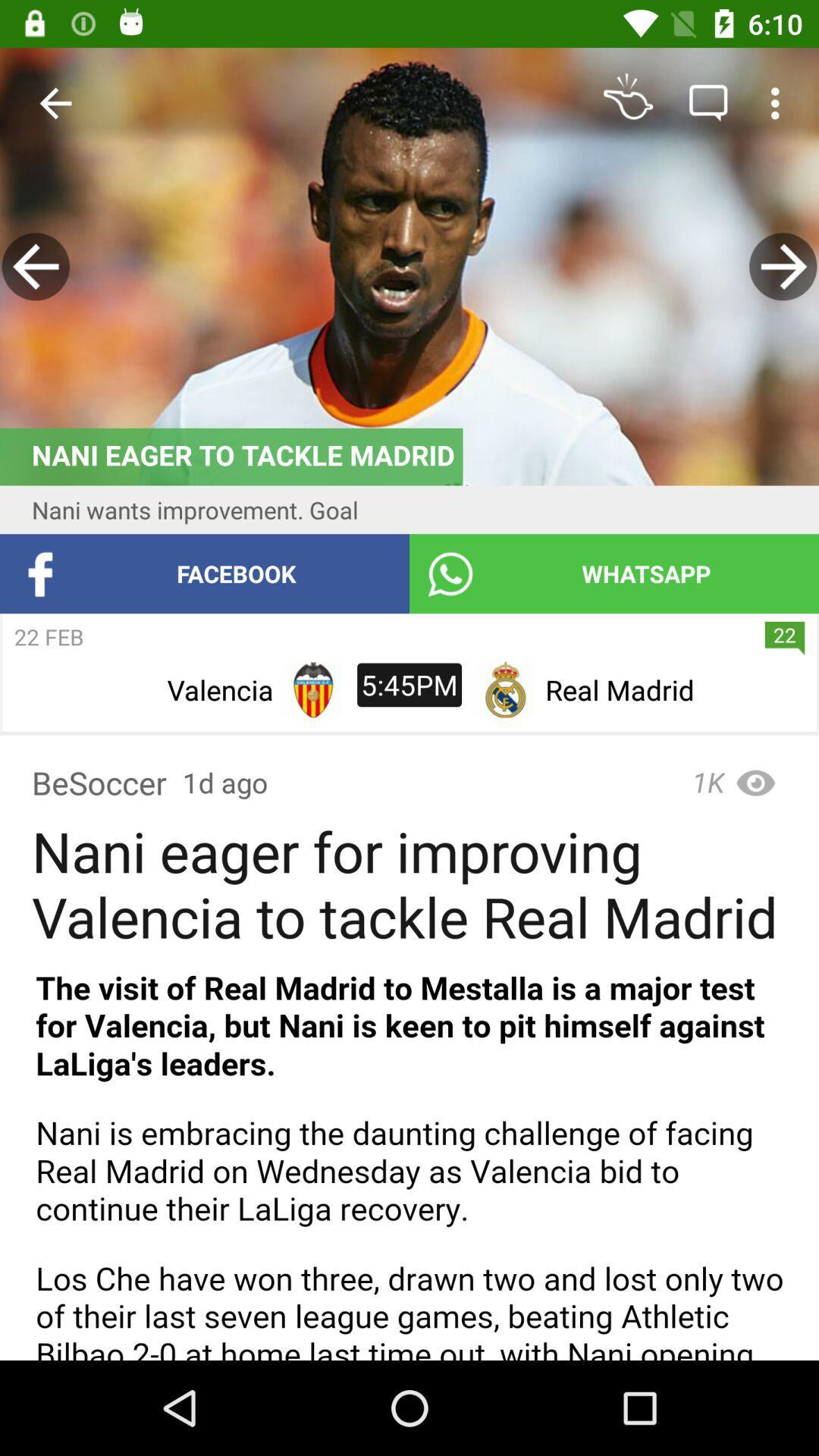 This screenshot has width=819, height=1456. What do you see at coordinates (35, 266) in the screenshot?
I see `go back` at bounding box center [35, 266].